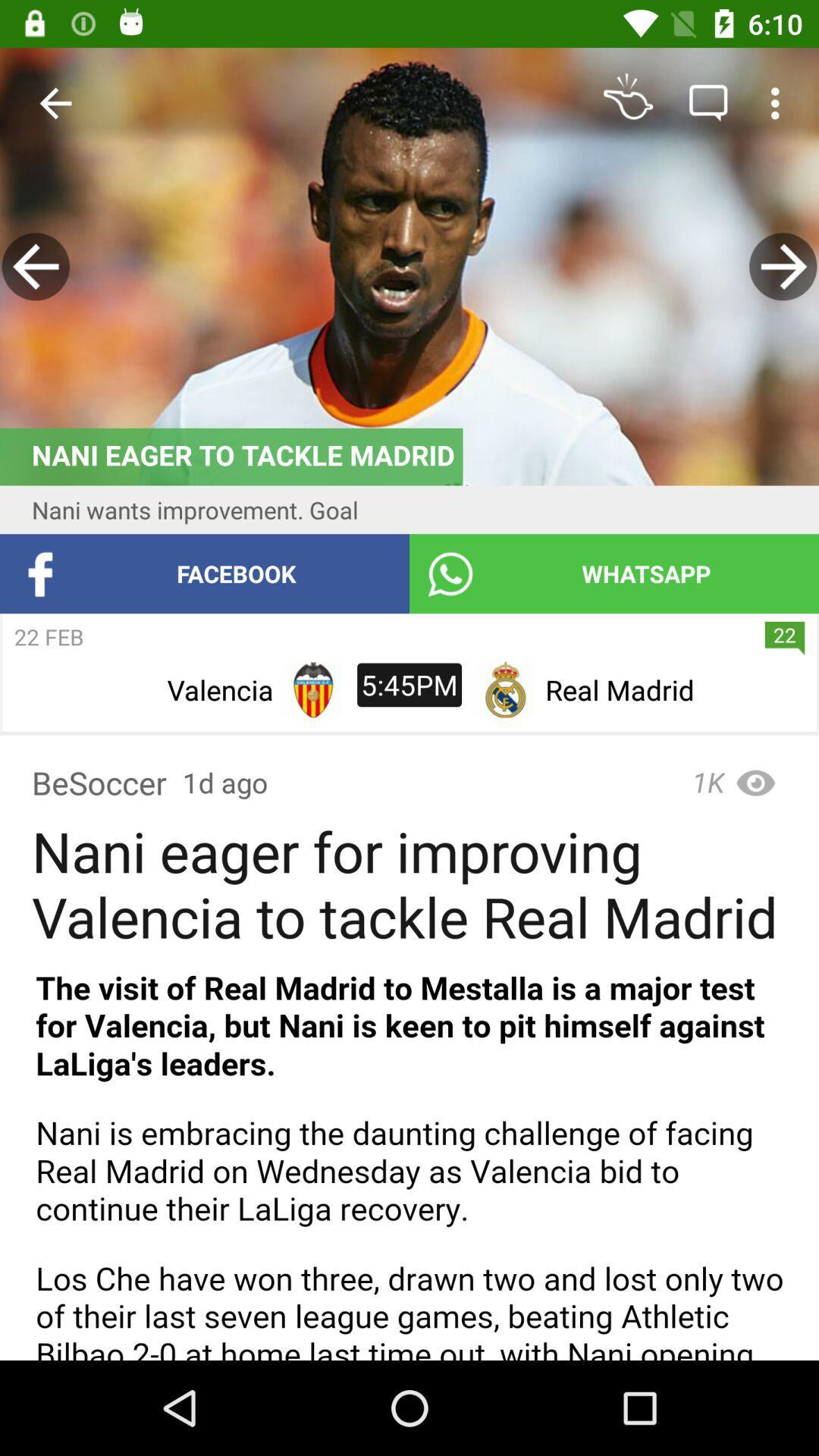 This screenshot has width=819, height=1456. What do you see at coordinates (35, 266) in the screenshot?
I see `go back` at bounding box center [35, 266].